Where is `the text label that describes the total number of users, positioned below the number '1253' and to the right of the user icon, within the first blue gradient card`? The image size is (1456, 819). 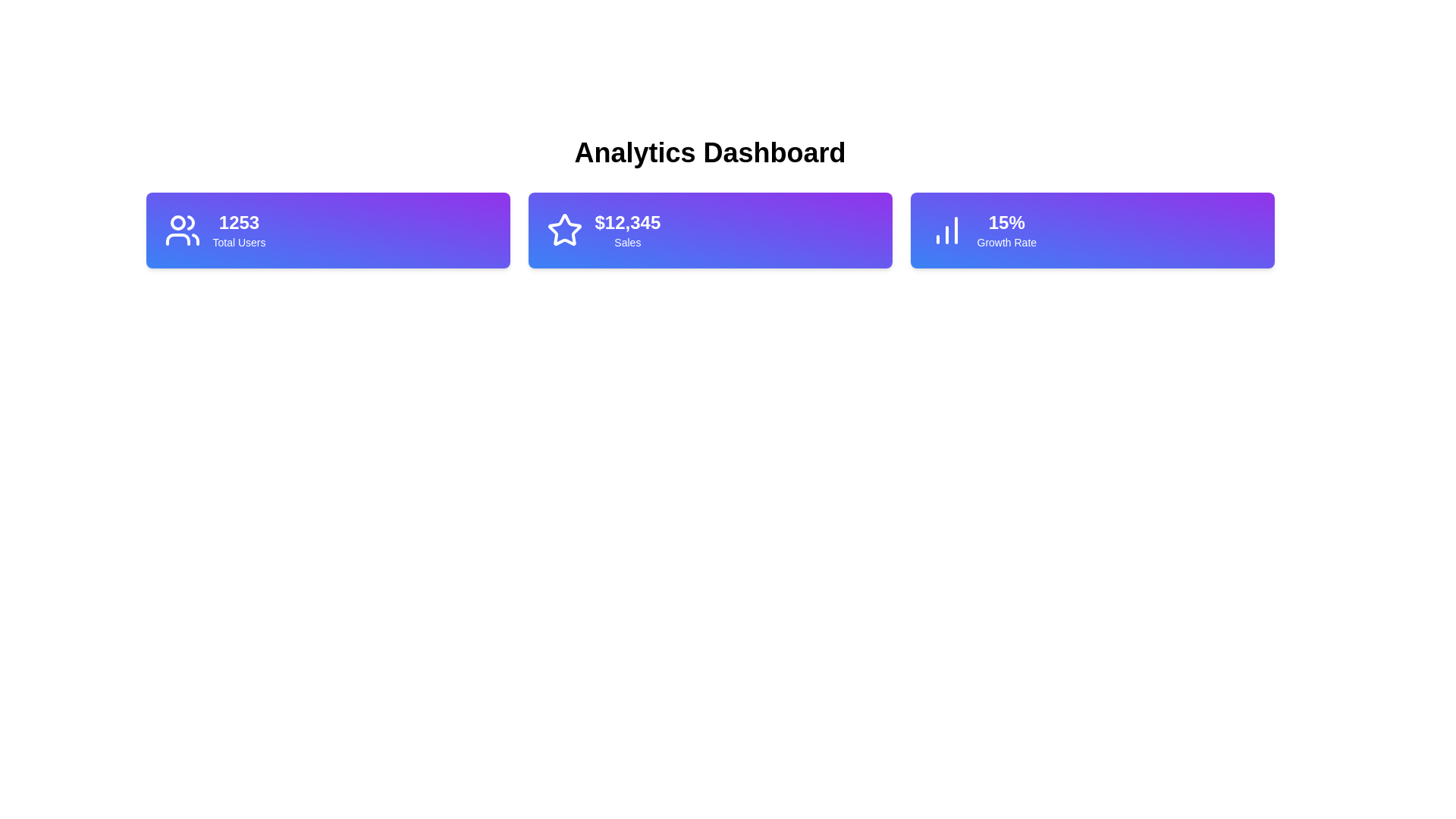 the text label that describes the total number of users, positioned below the number '1253' and to the right of the user icon, within the first blue gradient card is located at coordinates (238, 242).